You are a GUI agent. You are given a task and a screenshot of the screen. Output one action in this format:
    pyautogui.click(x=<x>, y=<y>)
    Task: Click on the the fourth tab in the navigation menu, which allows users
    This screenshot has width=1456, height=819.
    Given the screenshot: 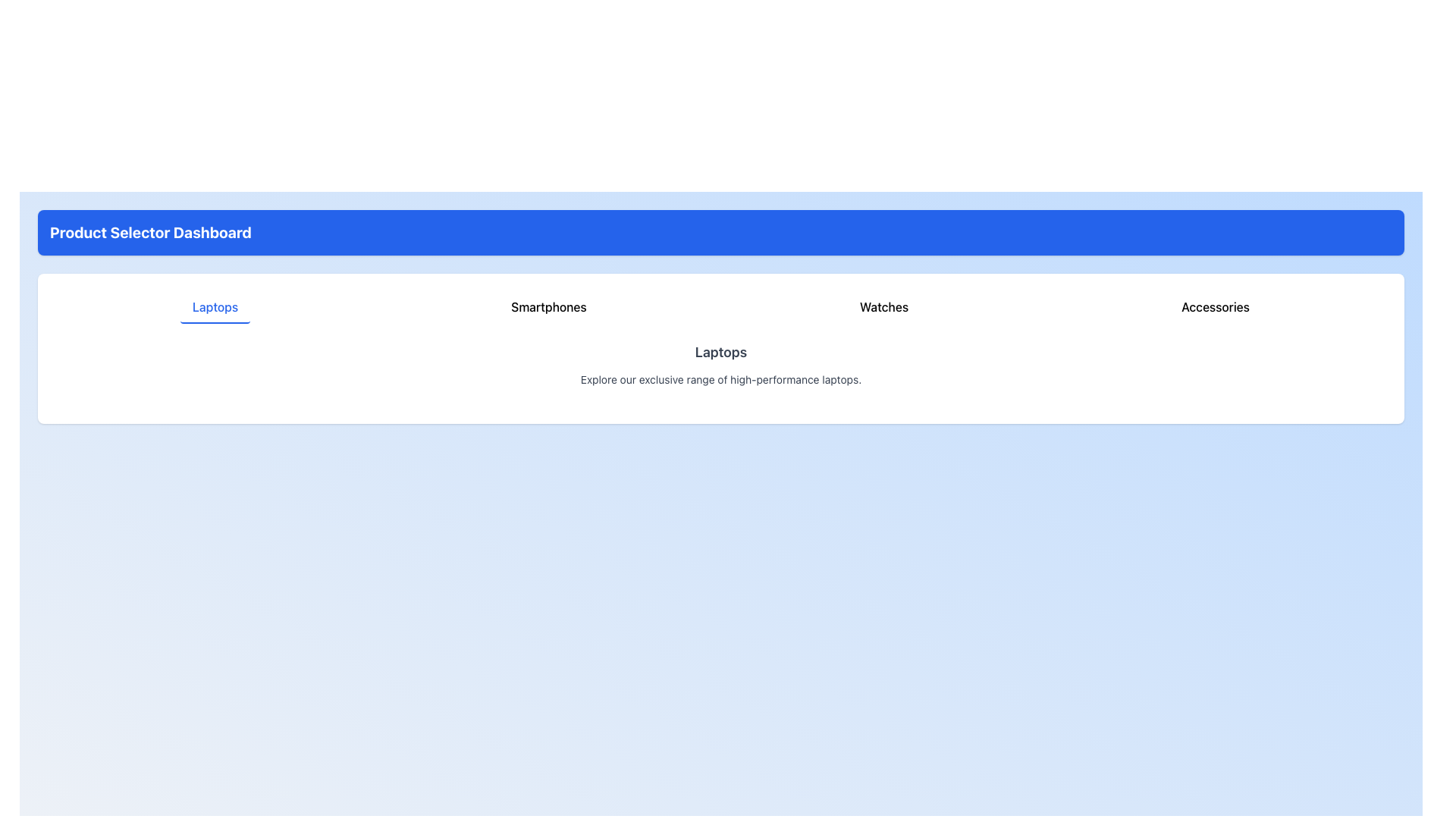 What is the action you would take?
    pyautogui.click(x=1216, y=307)
    